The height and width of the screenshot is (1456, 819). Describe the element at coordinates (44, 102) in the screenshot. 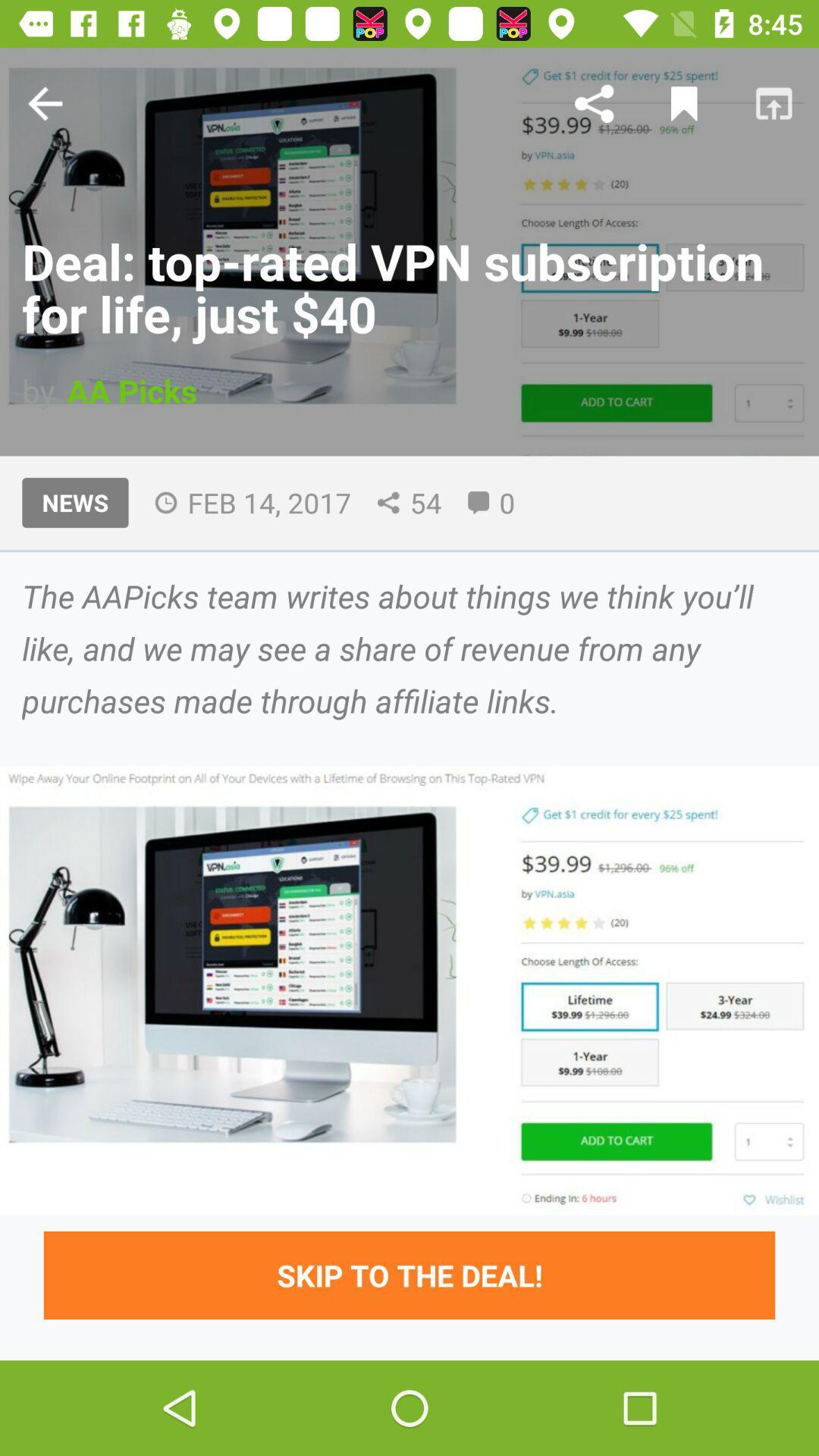

I see `go back` at that location.